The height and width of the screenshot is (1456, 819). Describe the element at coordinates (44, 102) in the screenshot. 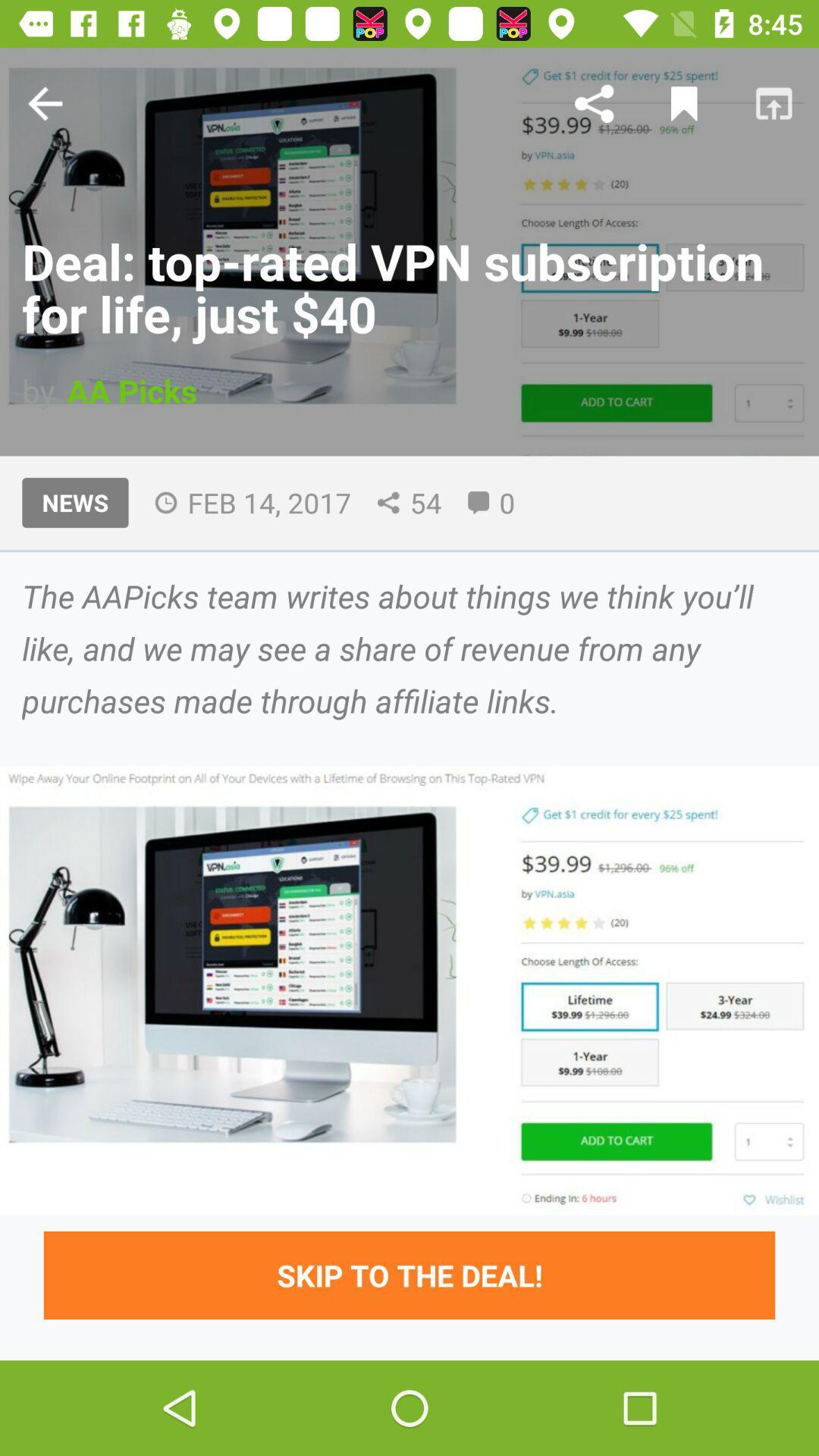

I see `go back` at that location.